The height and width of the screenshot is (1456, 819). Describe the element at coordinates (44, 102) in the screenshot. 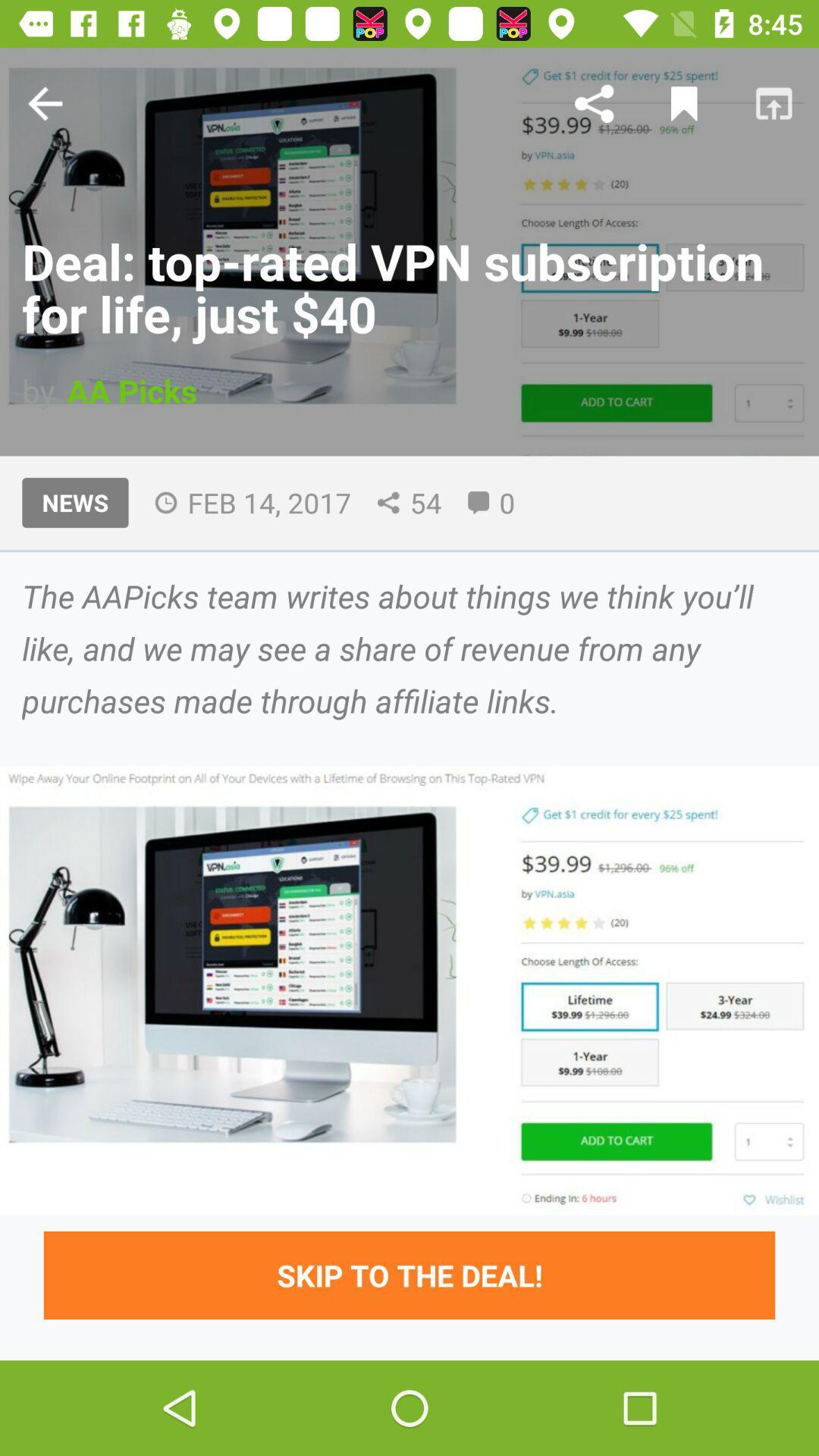

I see `go back` at that location.